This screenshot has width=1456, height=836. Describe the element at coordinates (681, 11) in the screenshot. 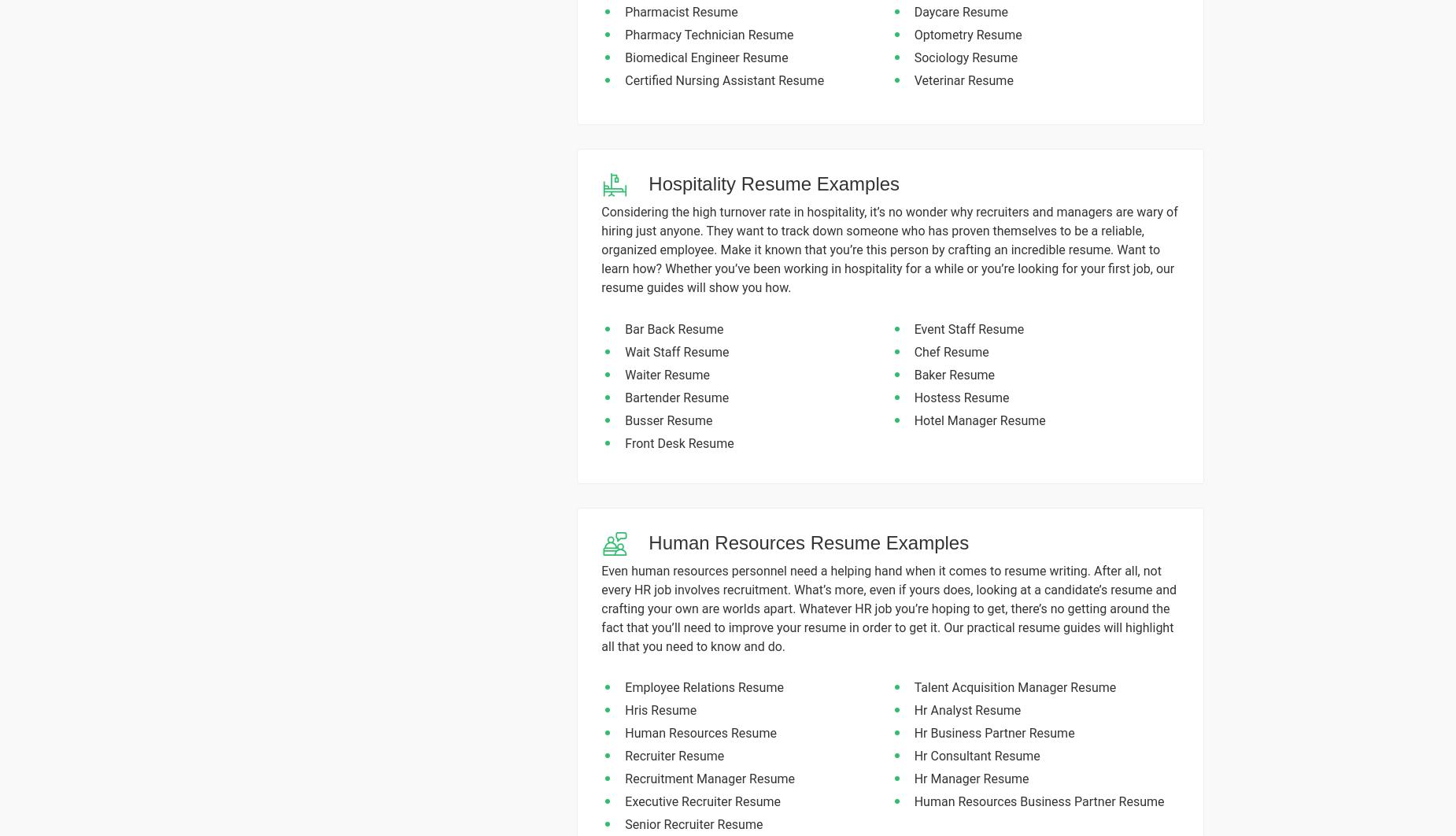

I see `'Pharmacist Resume'` at that location.